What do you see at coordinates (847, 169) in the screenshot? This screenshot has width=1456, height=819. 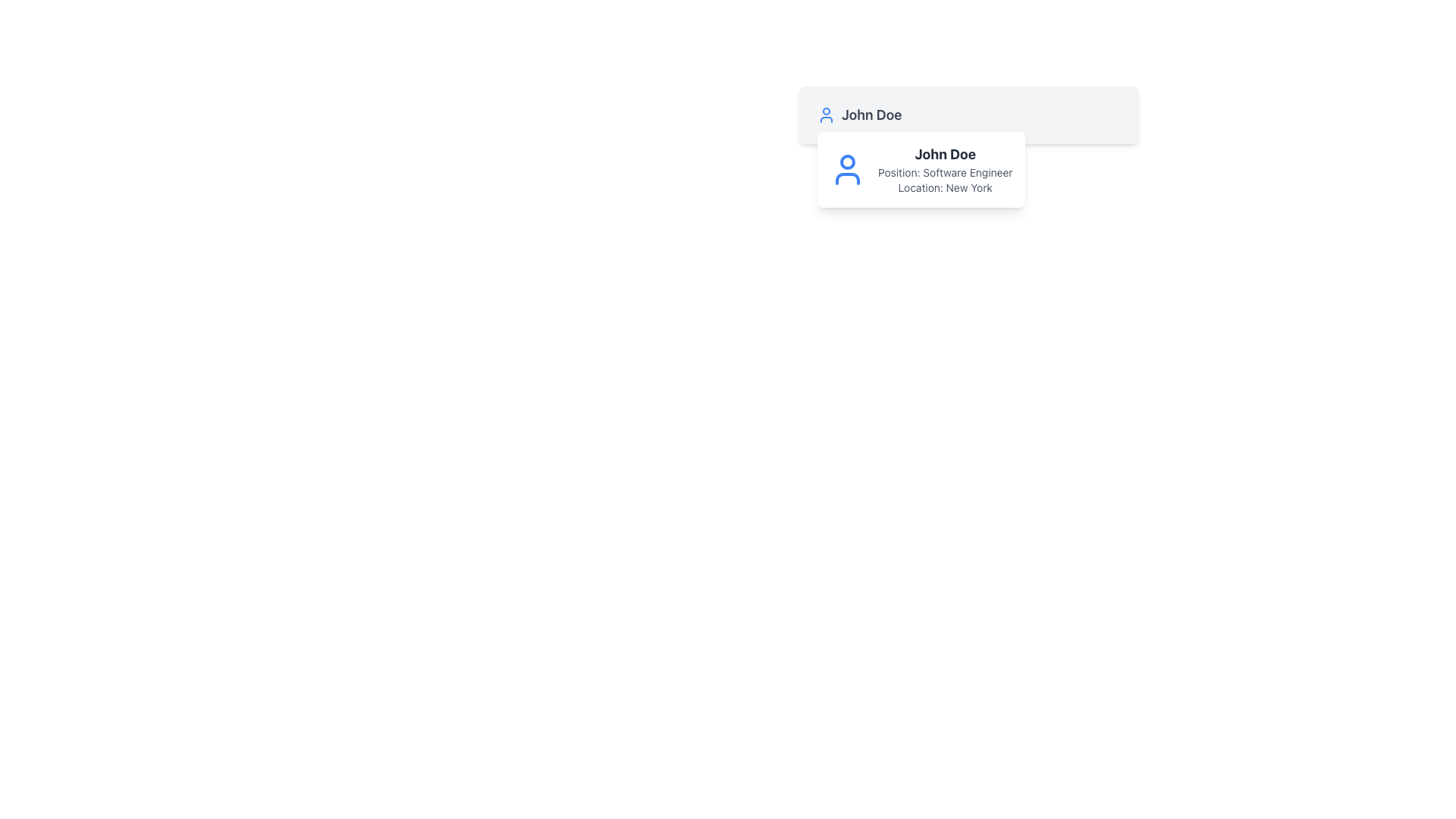 I see `the user icon with a simplistic blue design located at the left edge of the card containing information about John Doe` at bounding box center [847, 169].